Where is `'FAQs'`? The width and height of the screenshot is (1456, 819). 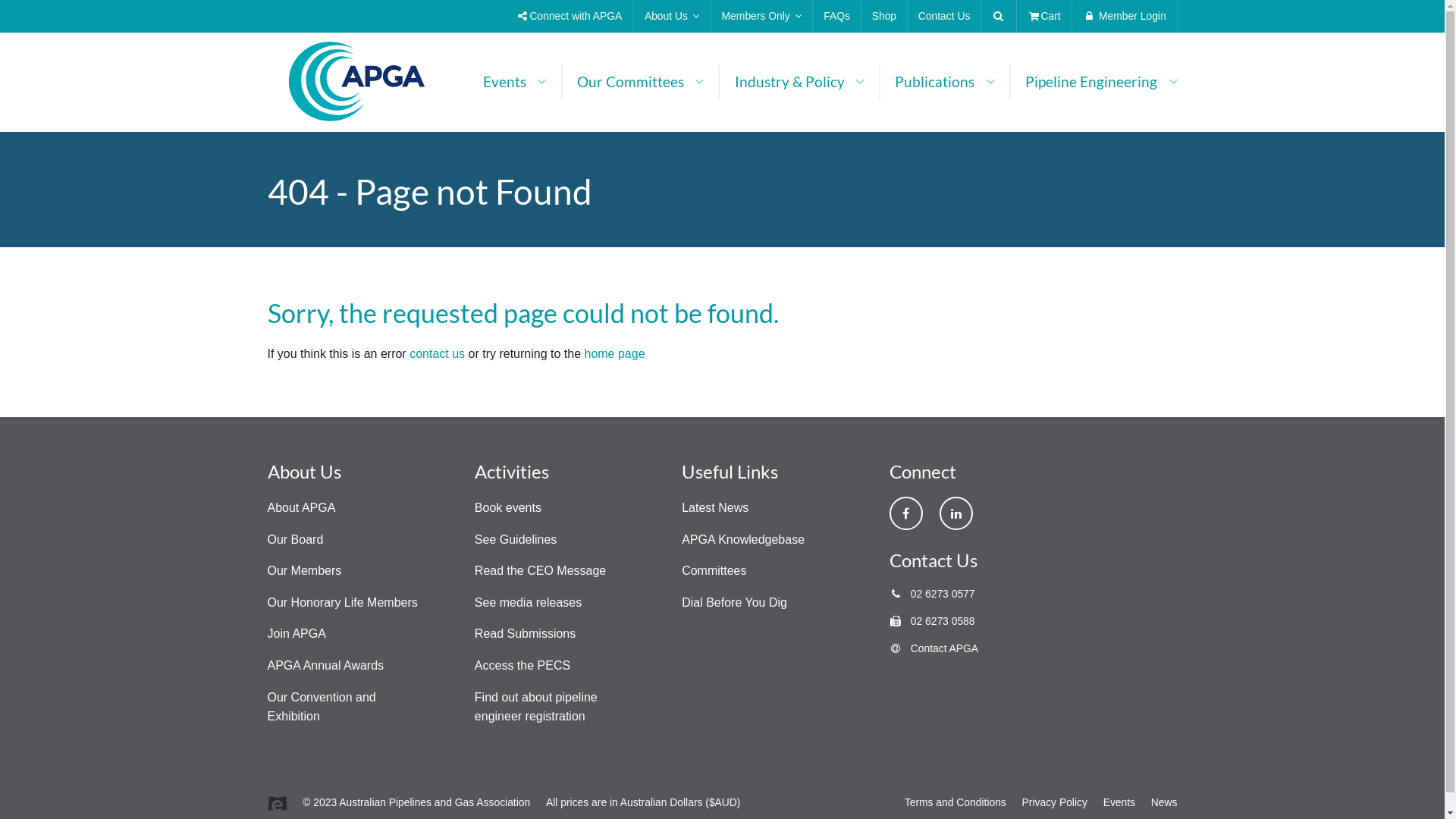 'FAQs' is located at coordinates (836, 16).